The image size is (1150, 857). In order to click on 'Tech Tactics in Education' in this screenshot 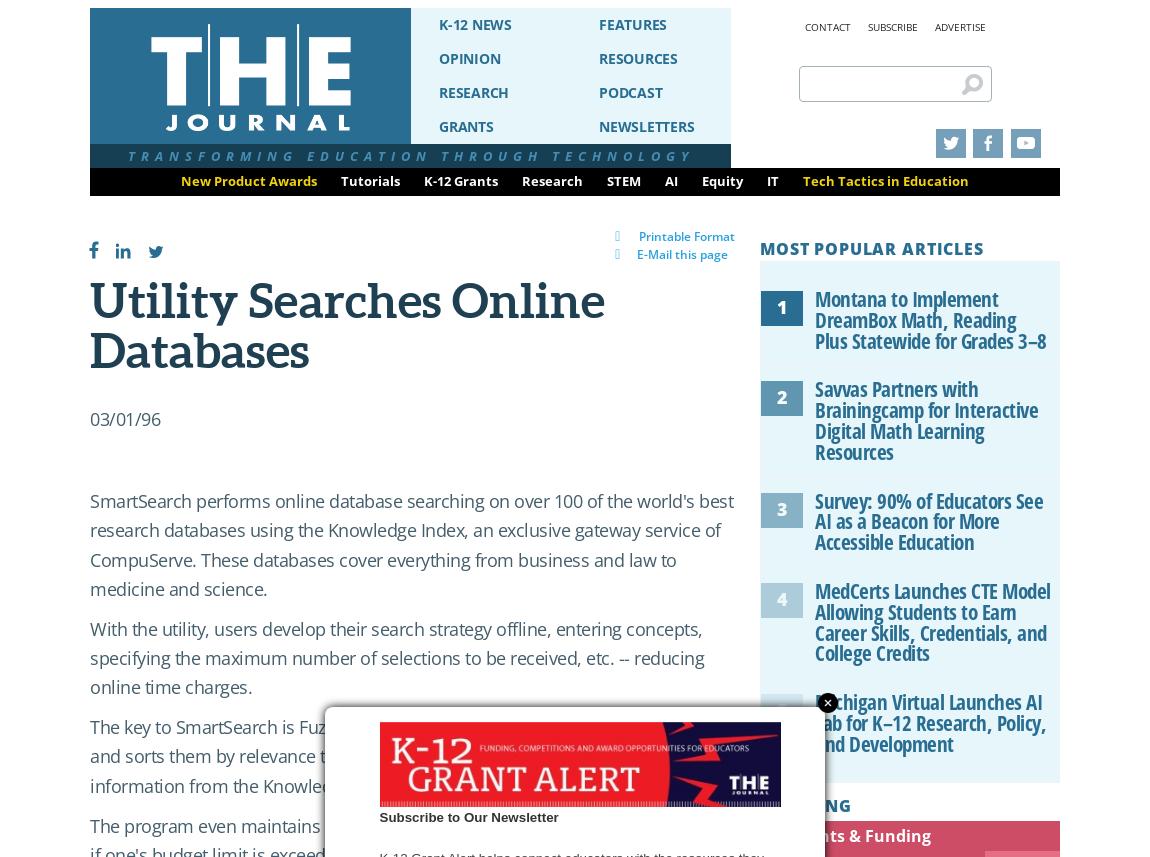, I will do `click(885, 180)`.